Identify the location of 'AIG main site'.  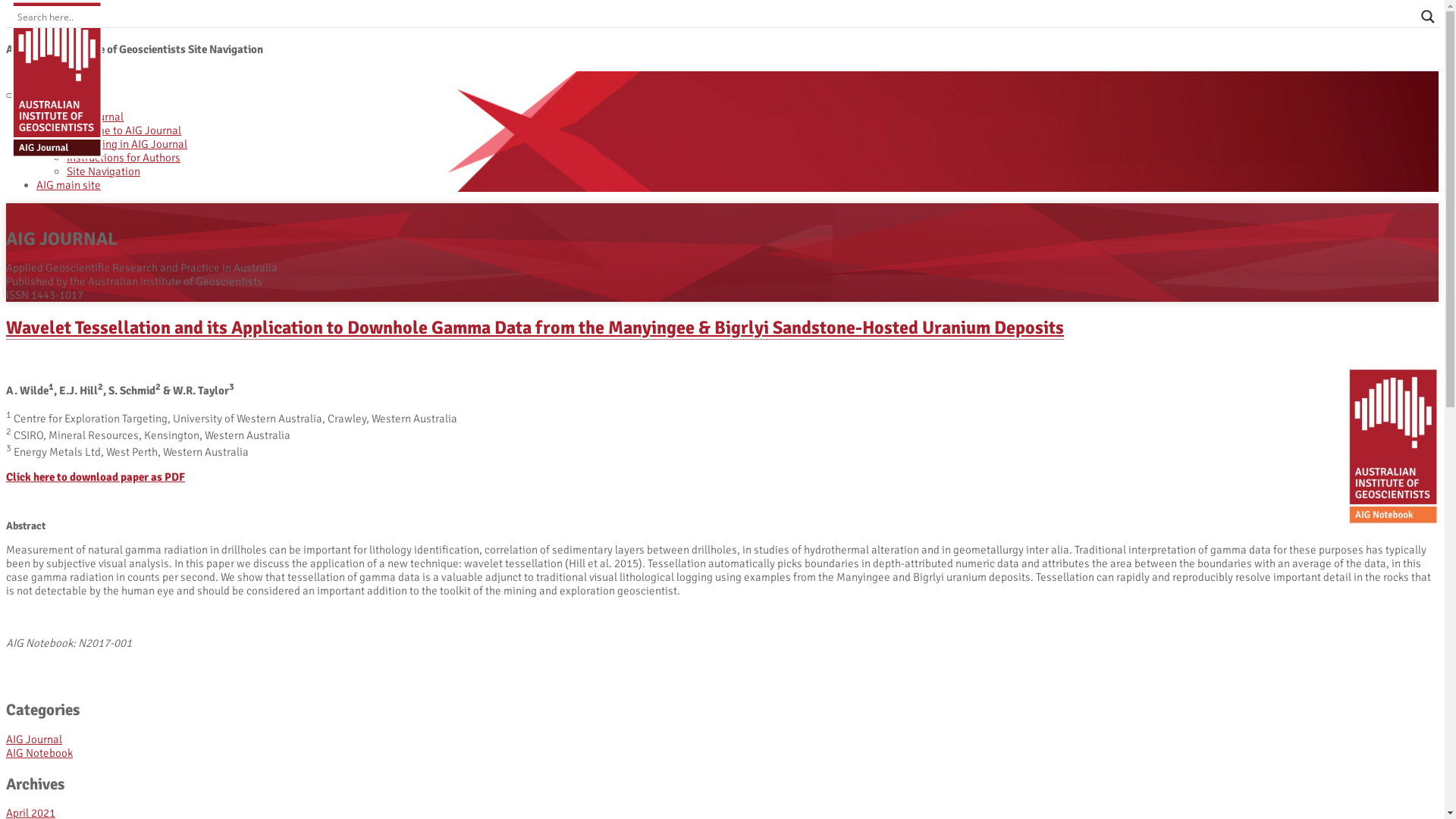
(67, 184).